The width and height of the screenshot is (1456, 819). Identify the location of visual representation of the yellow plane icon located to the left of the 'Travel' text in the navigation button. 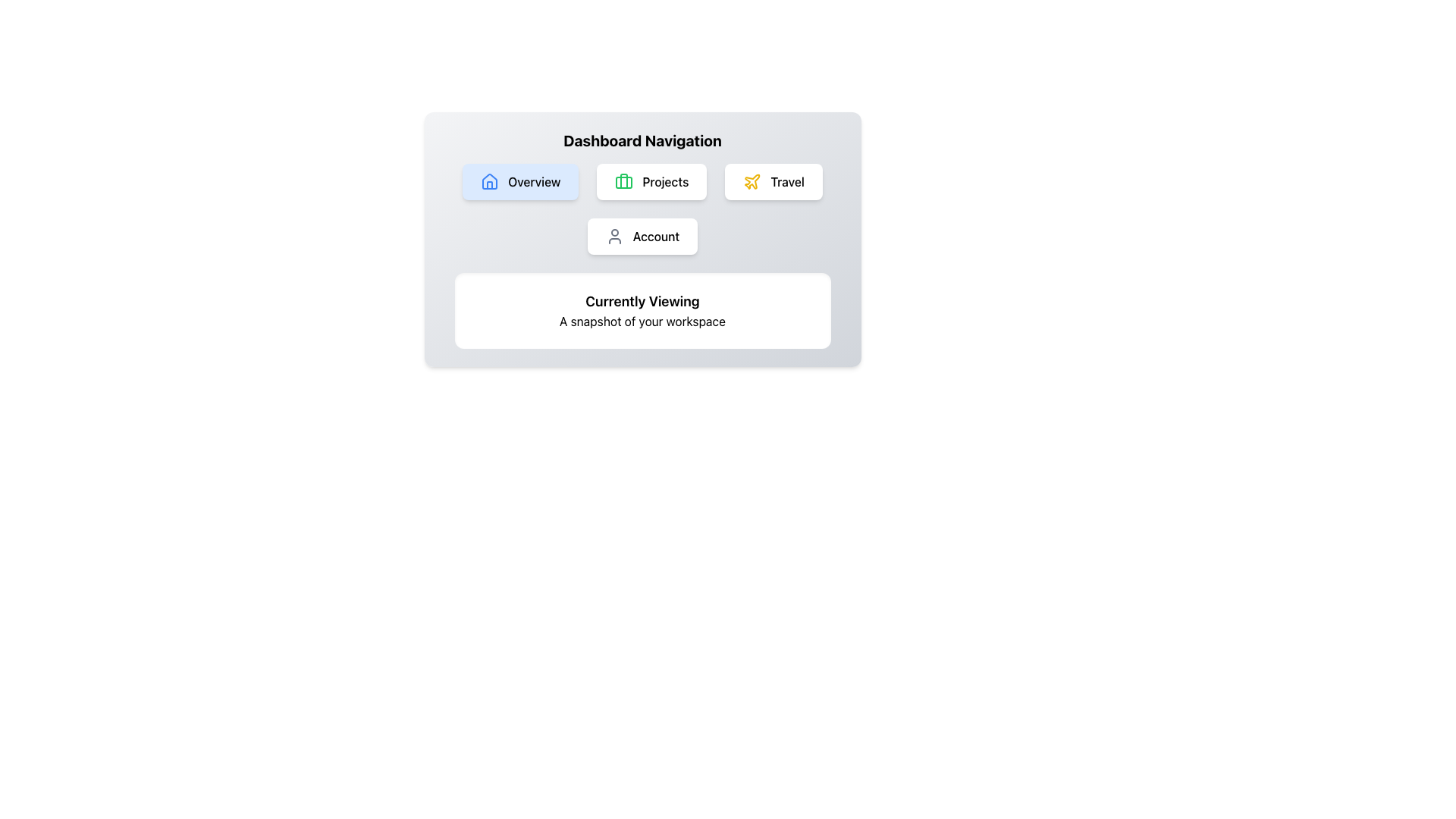
(752, 180).